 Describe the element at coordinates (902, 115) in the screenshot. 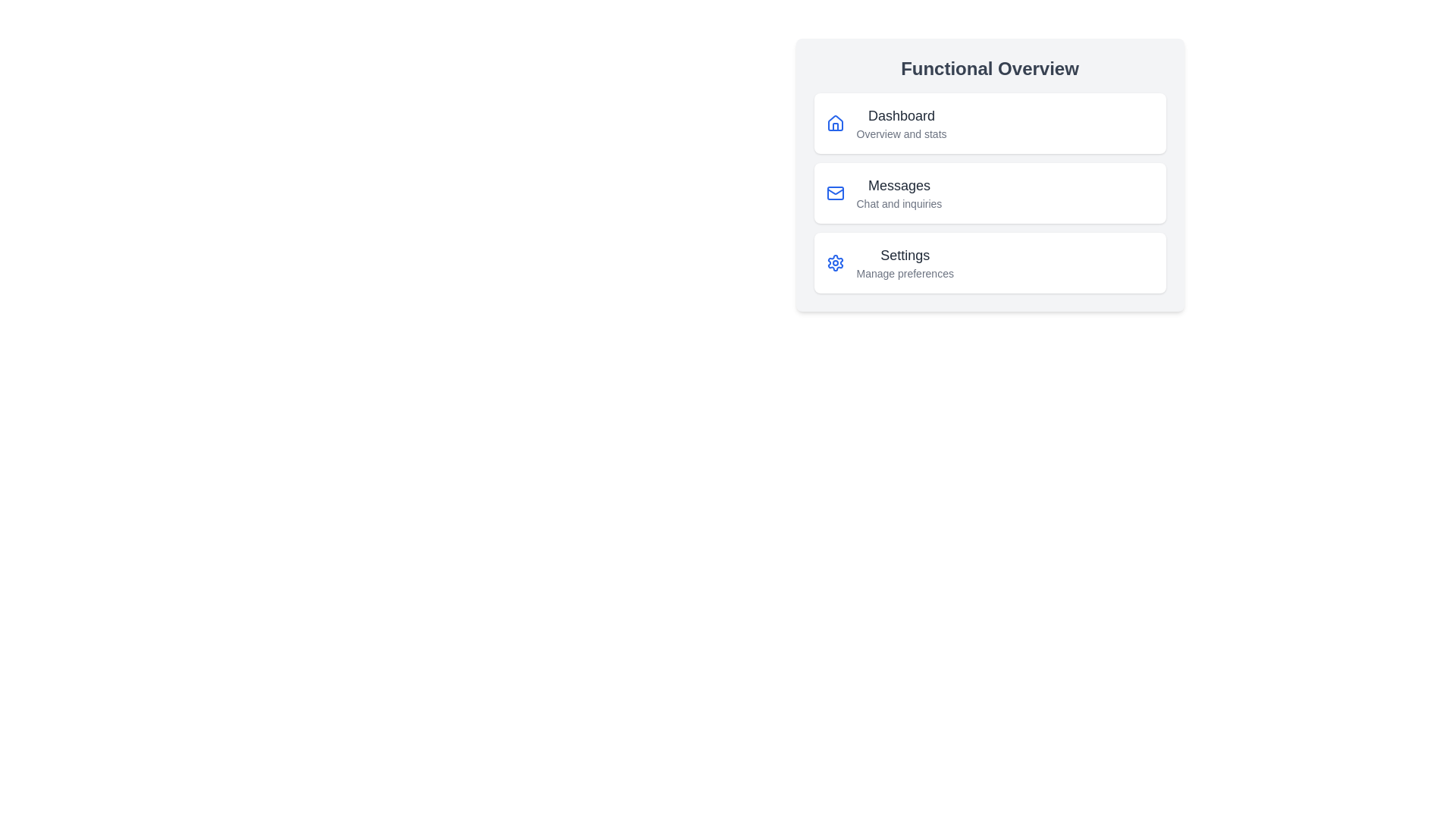

I see `the Static Text element displaying 'Dashboard' within the 'Functional Overview' card by moving the cursor to its center point` at that location.